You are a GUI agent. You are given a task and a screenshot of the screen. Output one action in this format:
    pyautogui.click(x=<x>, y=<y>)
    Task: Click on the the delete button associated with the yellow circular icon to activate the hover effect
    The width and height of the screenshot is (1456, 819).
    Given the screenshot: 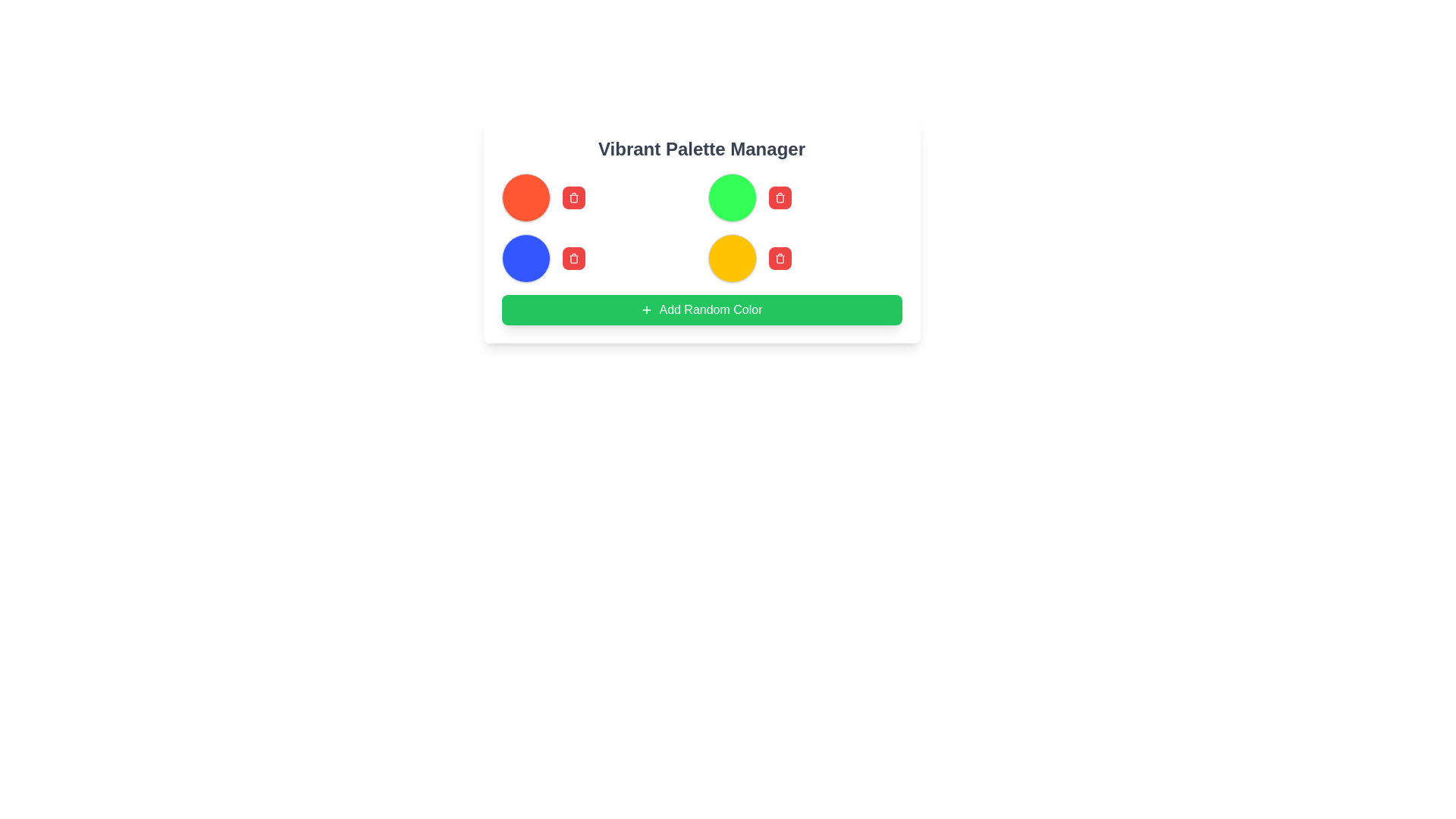 What is the action you would take?
    pyautogui.click(x=780, y=257)
    